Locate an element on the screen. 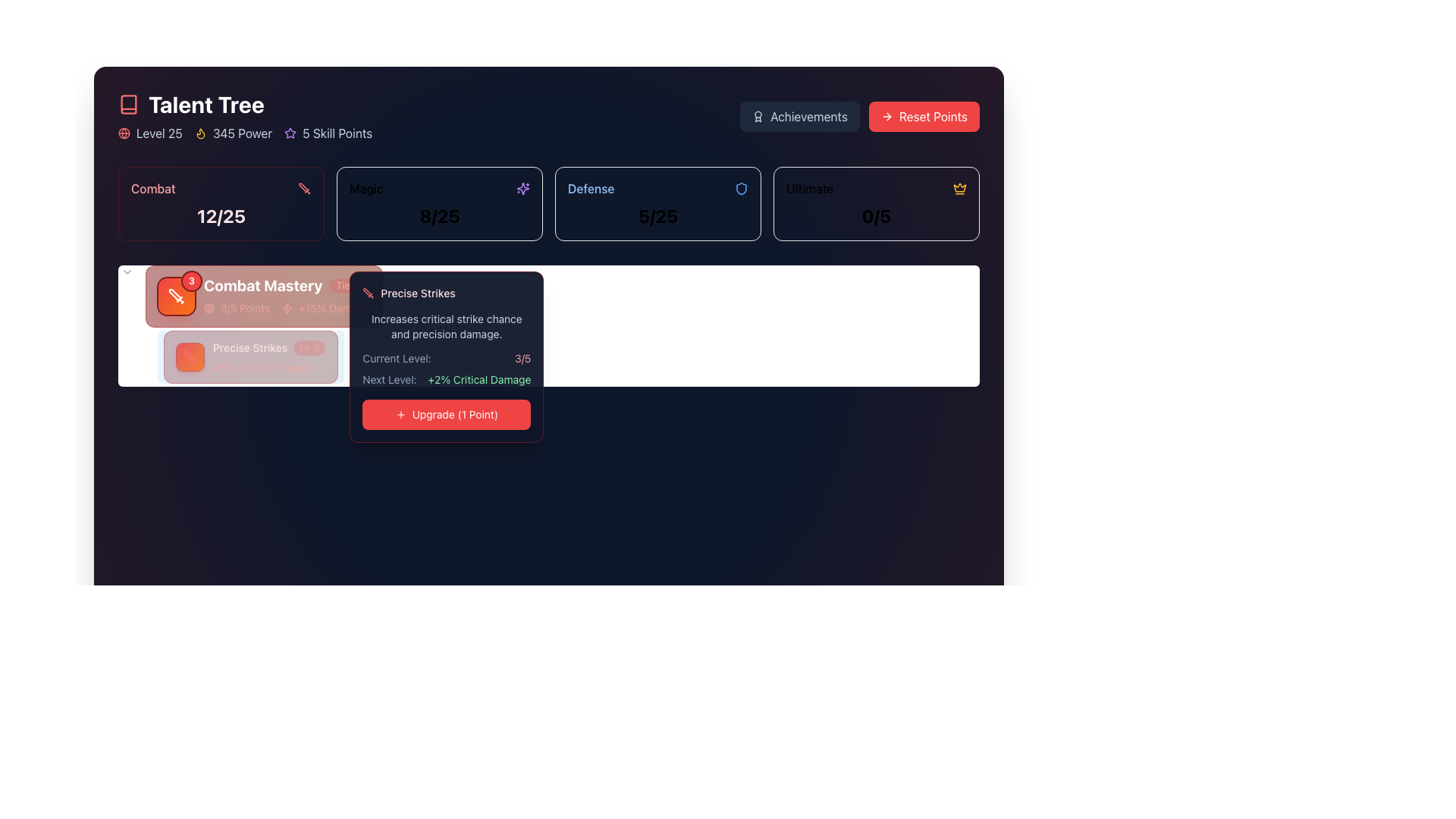  the small clock icon with a circular outline, positioned to the left of the text '3h 20m', which serves as a visual indication related to the time information is located at coordinates (580, 242).